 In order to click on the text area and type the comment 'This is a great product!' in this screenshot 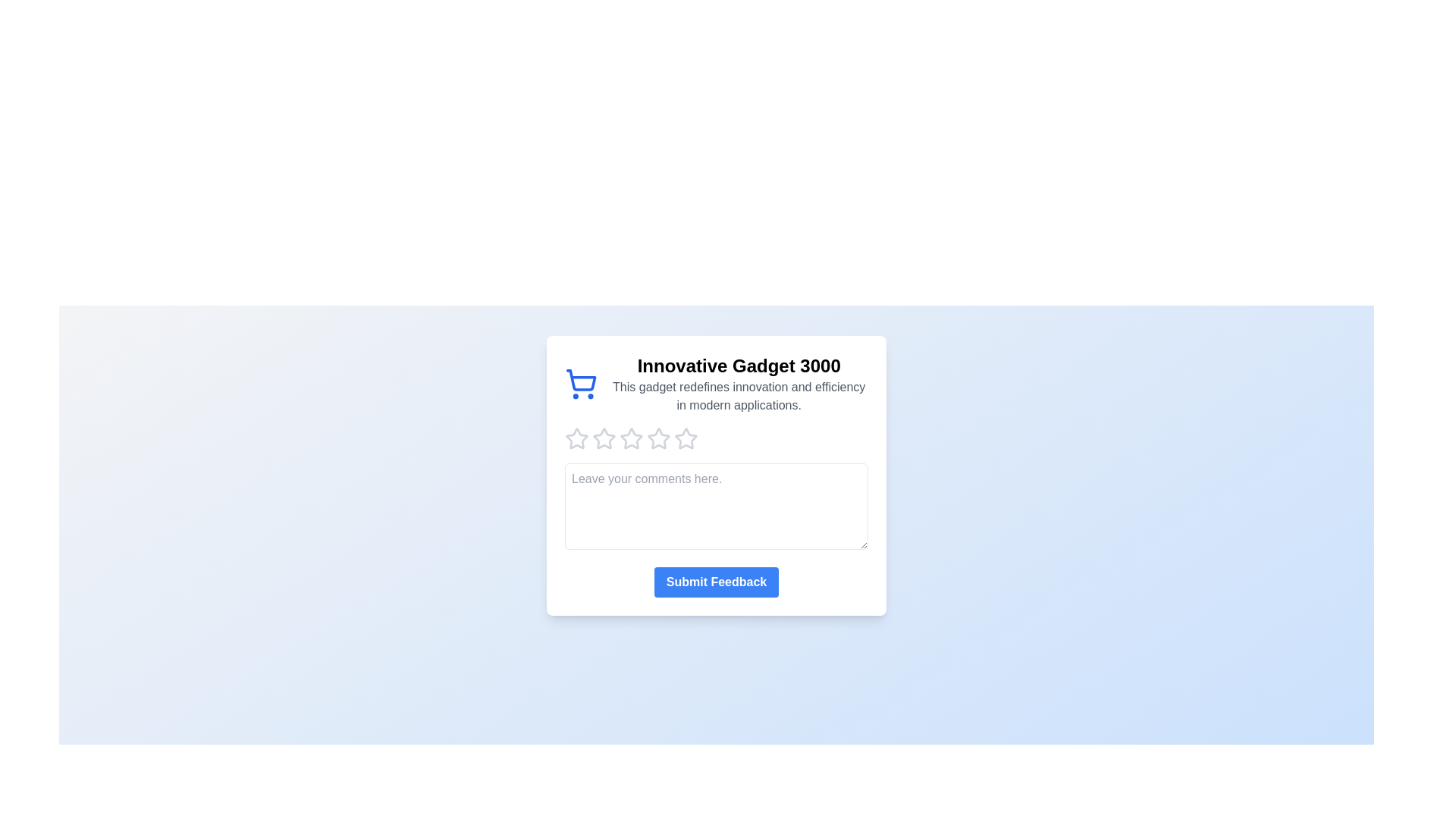, I will do `click(716, 506)`.